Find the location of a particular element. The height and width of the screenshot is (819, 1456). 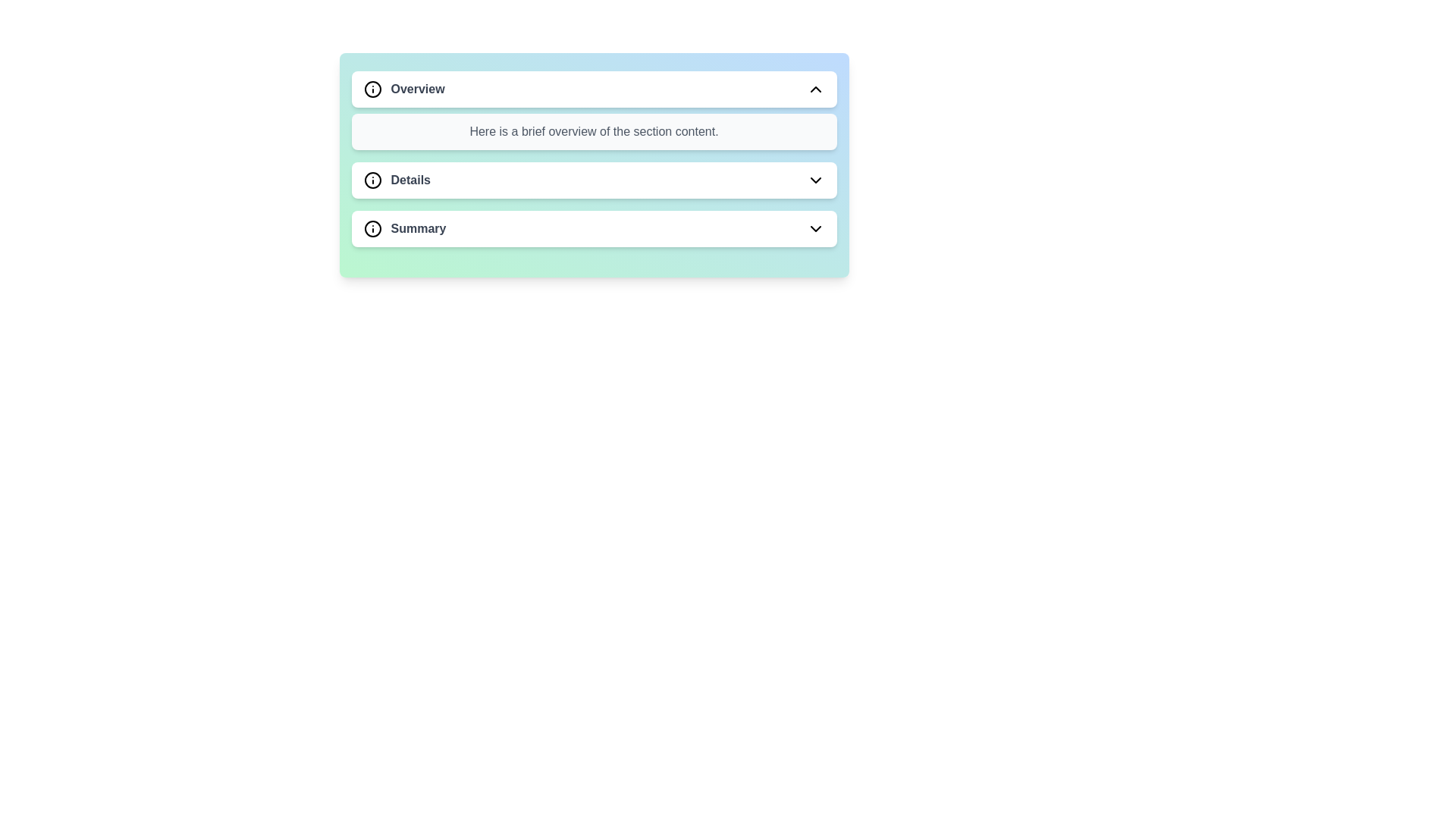

the circular icon with an 'i' symbol inside, which is positioned to the left of the text 'Details' is located at coordinates (372, 180).